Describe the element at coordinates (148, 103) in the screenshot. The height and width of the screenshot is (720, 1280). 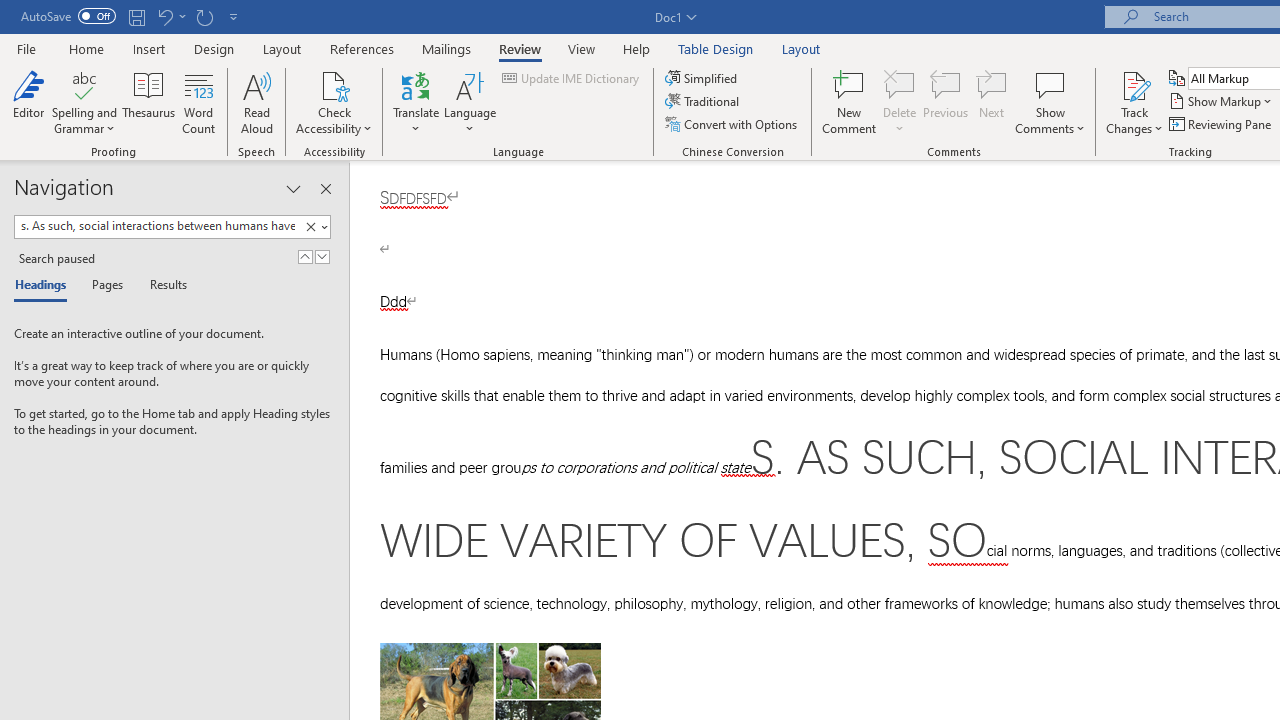
I see `'Thesaurus...'` at that location.